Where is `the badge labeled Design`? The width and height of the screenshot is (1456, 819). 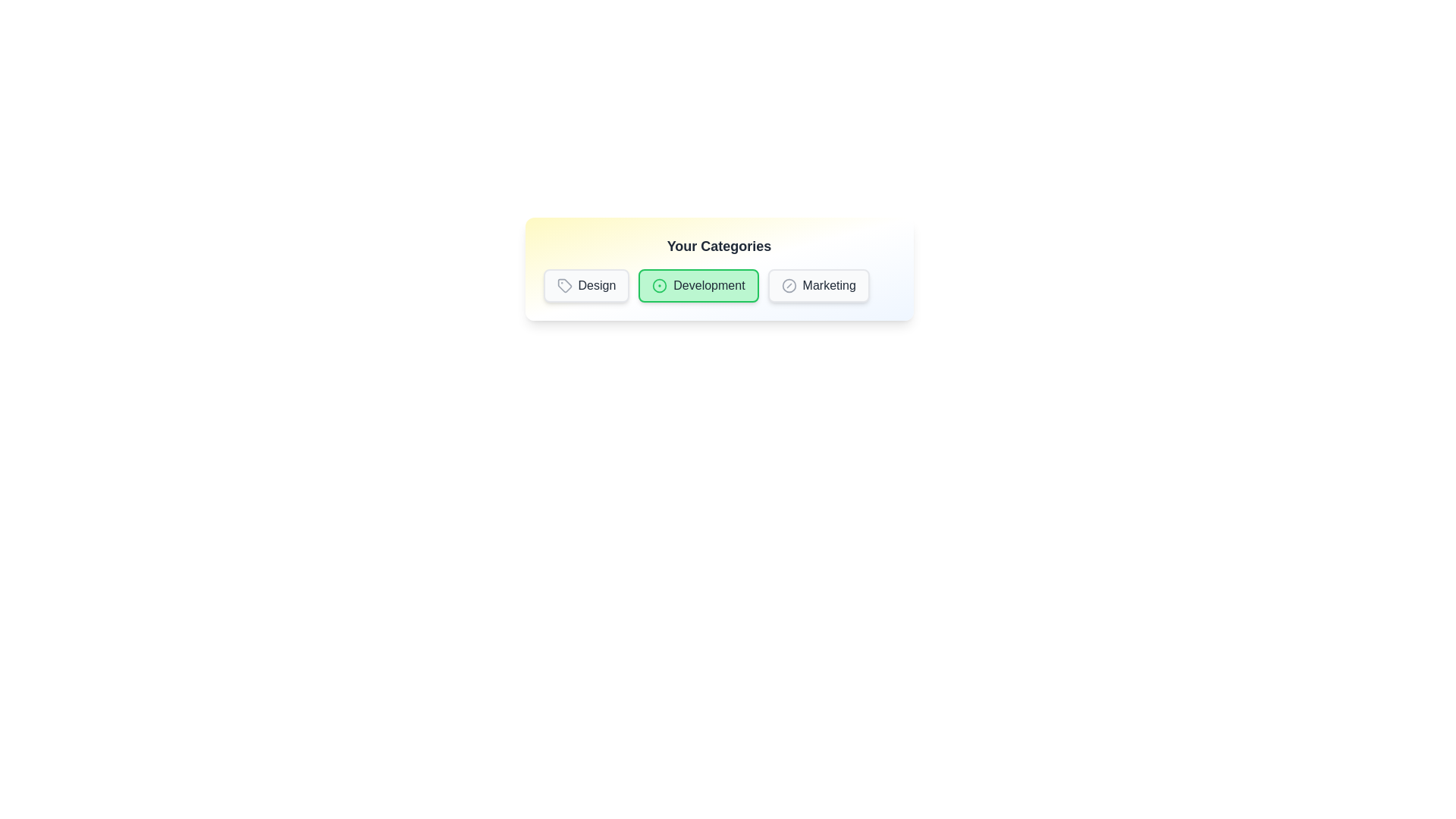 the badge labeled Design is located at coordinates (585, 286).